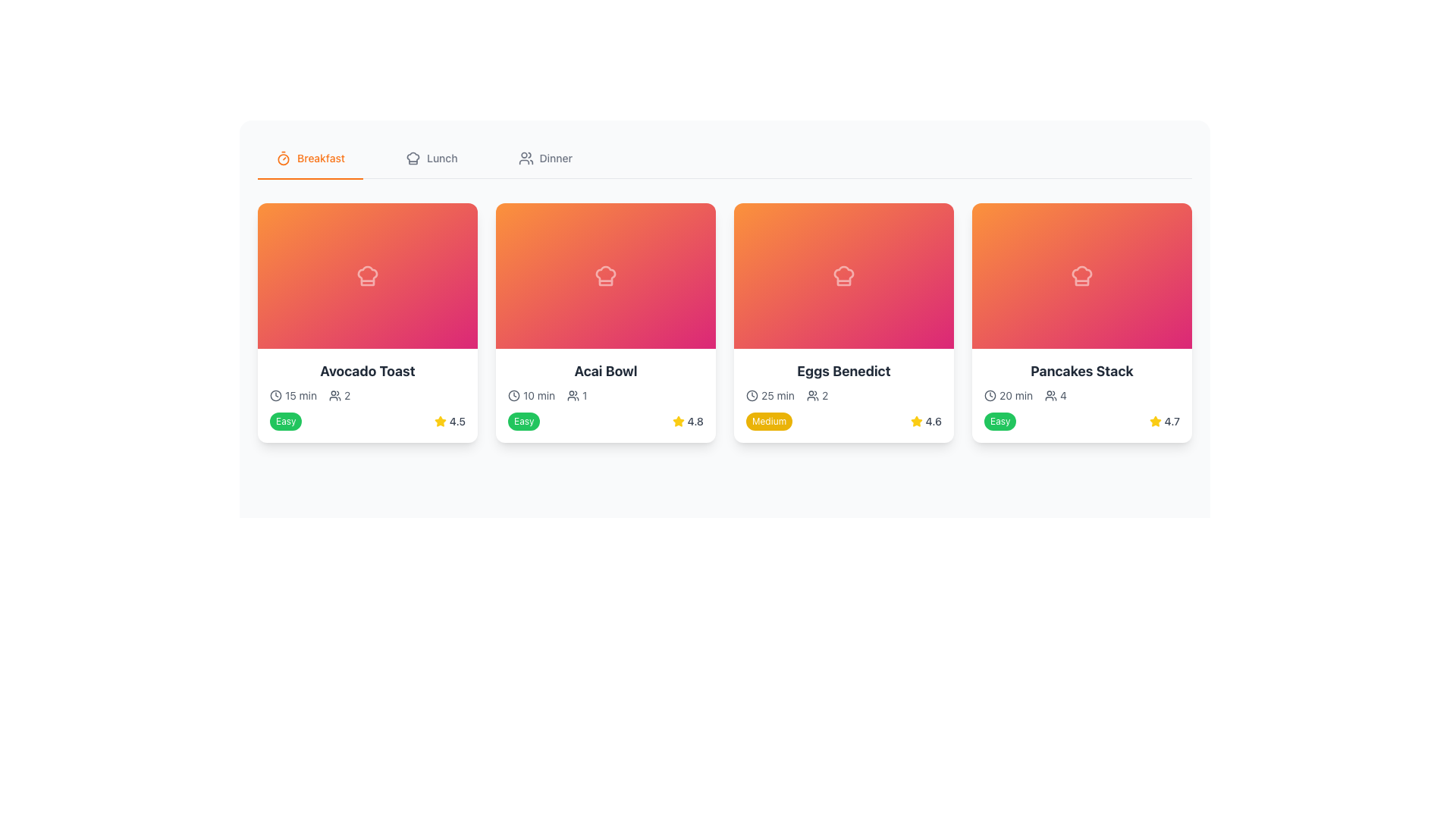 This screenshot has width=1456, height=819. Describe the element at coordinates (367, 275) in the screenshot. I see `the white chef hat icon located centrally within the first card of the horizontally arranged grid, which features a gradient background from orange to pink` at that location.